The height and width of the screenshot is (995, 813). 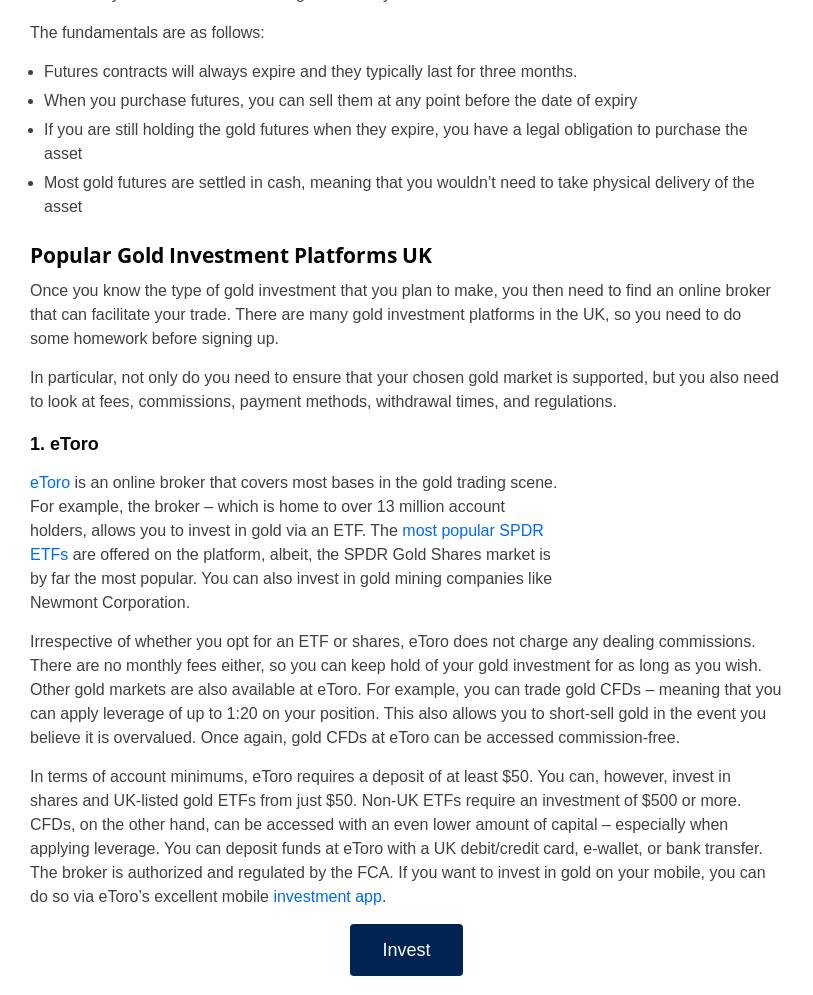 I want to click on 'are offered on the platform, albeit, the SPDR Gold Shares market is by far the most popular. You can also invest in gold mining companies like Newmont Corporation.', so click(x=289, y=577).